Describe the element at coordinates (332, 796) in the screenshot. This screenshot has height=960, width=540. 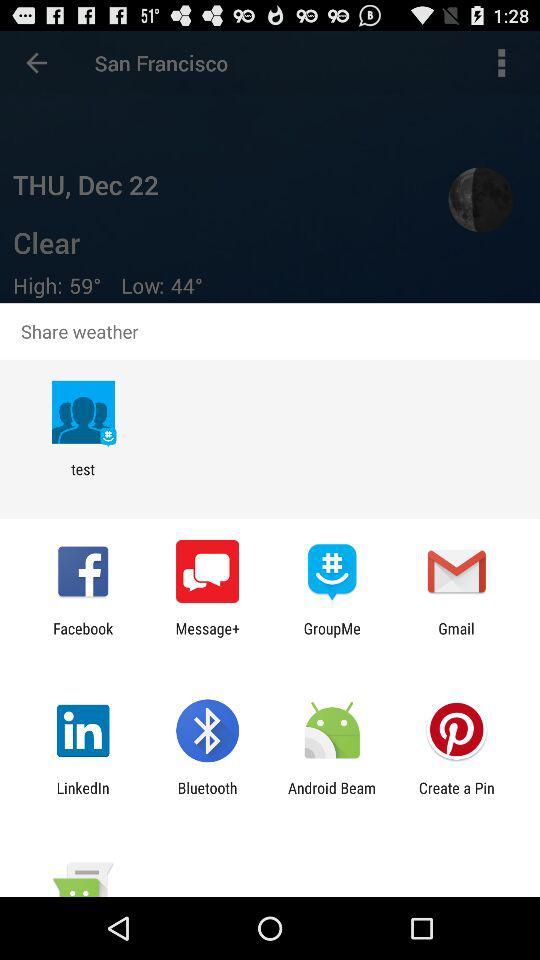
I see `the item to the right of the bluetooth icon` at that location.